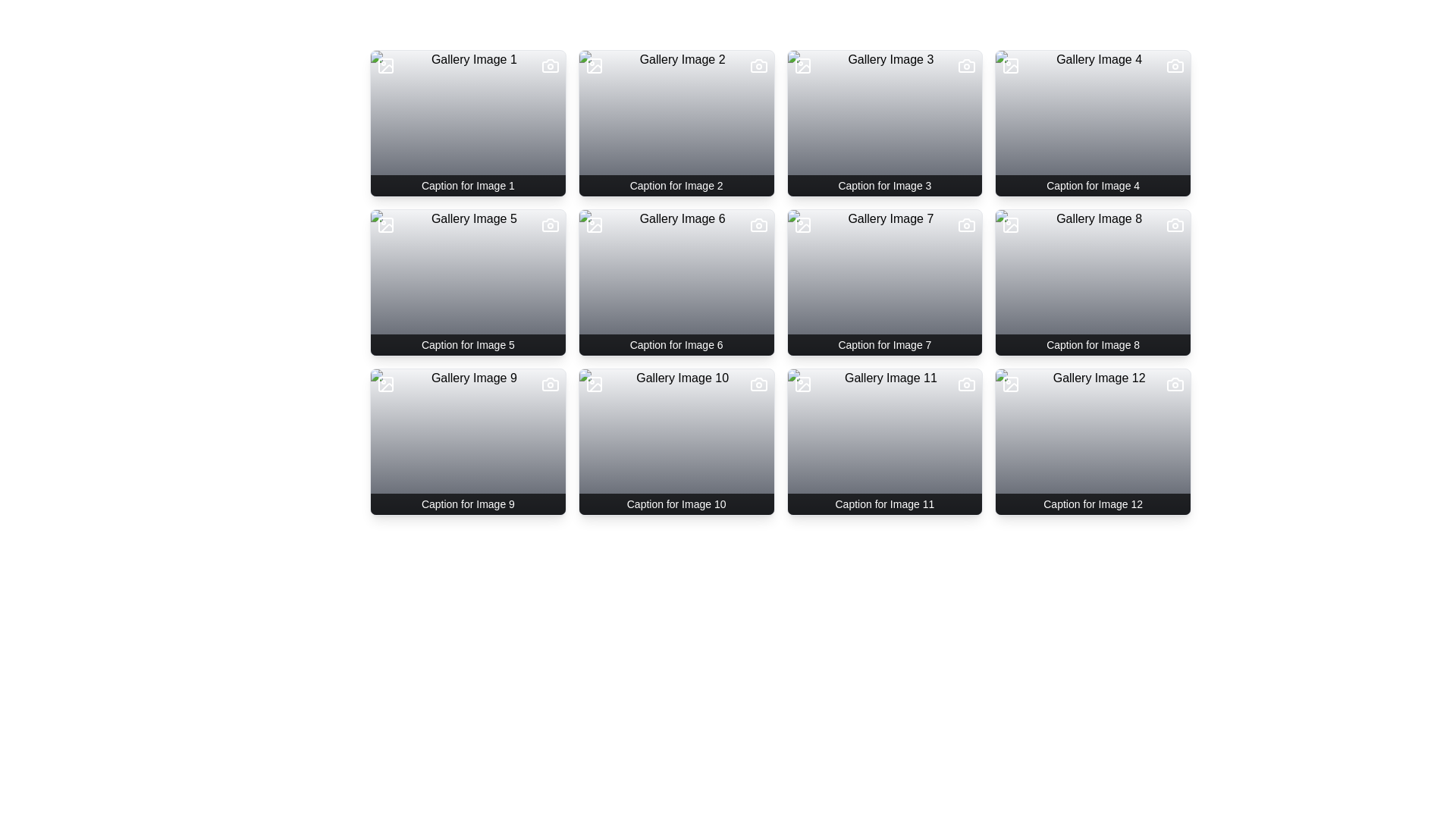 The width and height of the screenshot is (1456, 819). What do you see at coordinates (884, 345) in the screenshot?
I see `the text label at the bottom of the gallery card labeled 'Gallery Image 7', which is located in the third row and second column of the grid layout` at bounding box center [884, 345].